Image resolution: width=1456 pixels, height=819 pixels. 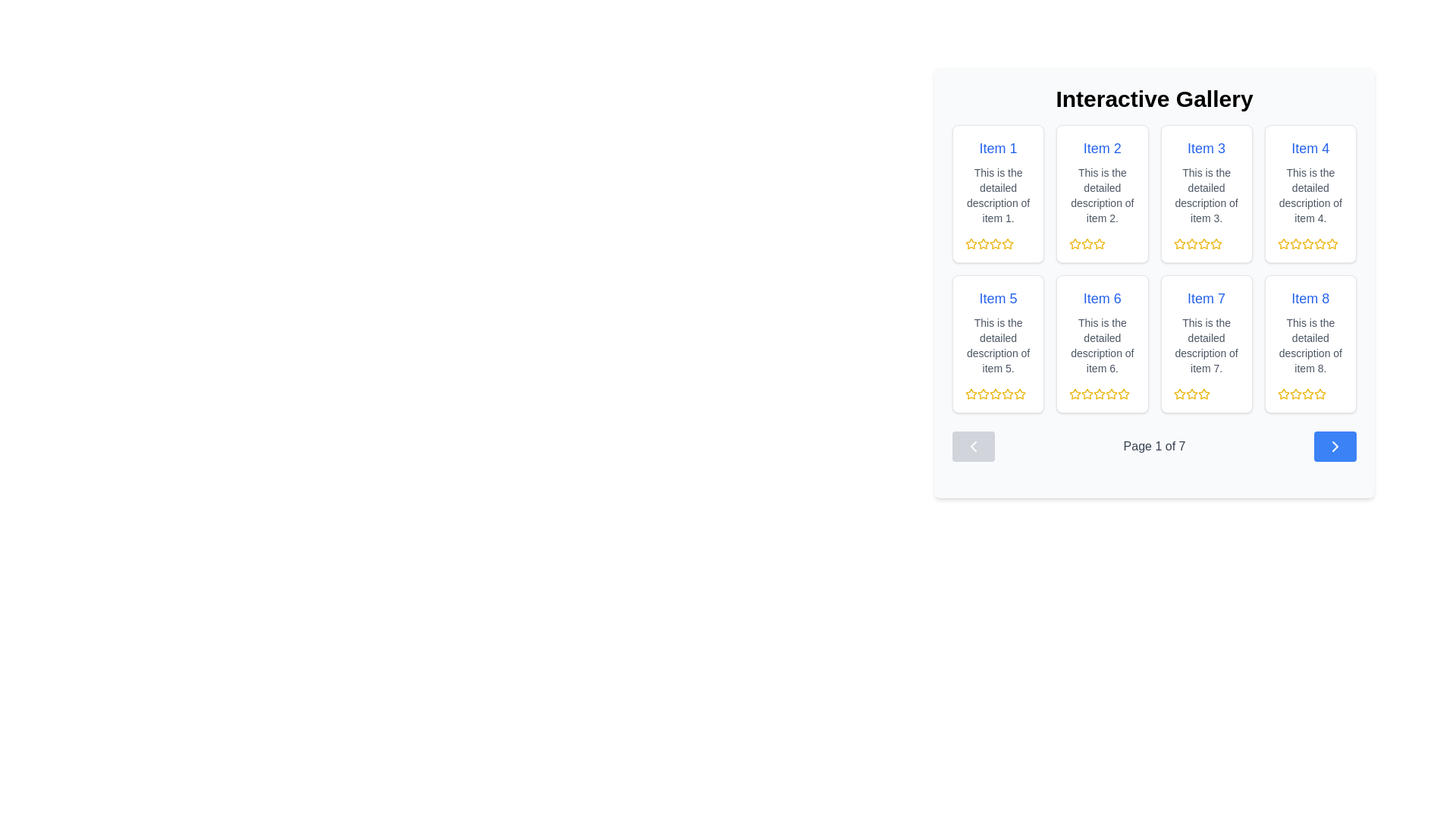 I want to click on the static text label displaying 'Page 1 of 7' located centrally at the bottom of the interface, so click(x=1153, y=446).